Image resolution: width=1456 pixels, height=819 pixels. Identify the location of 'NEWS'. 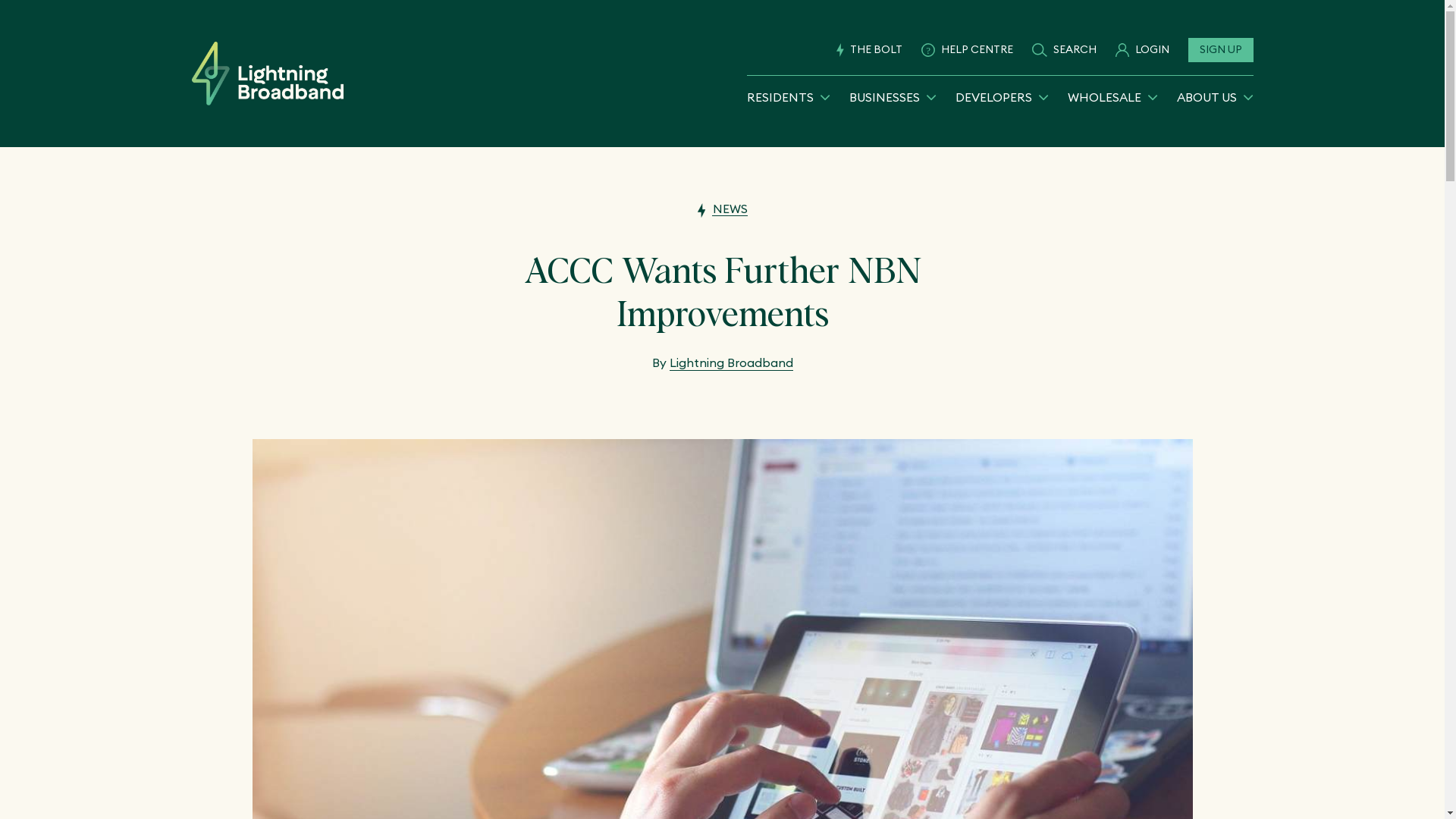
(722, 208).